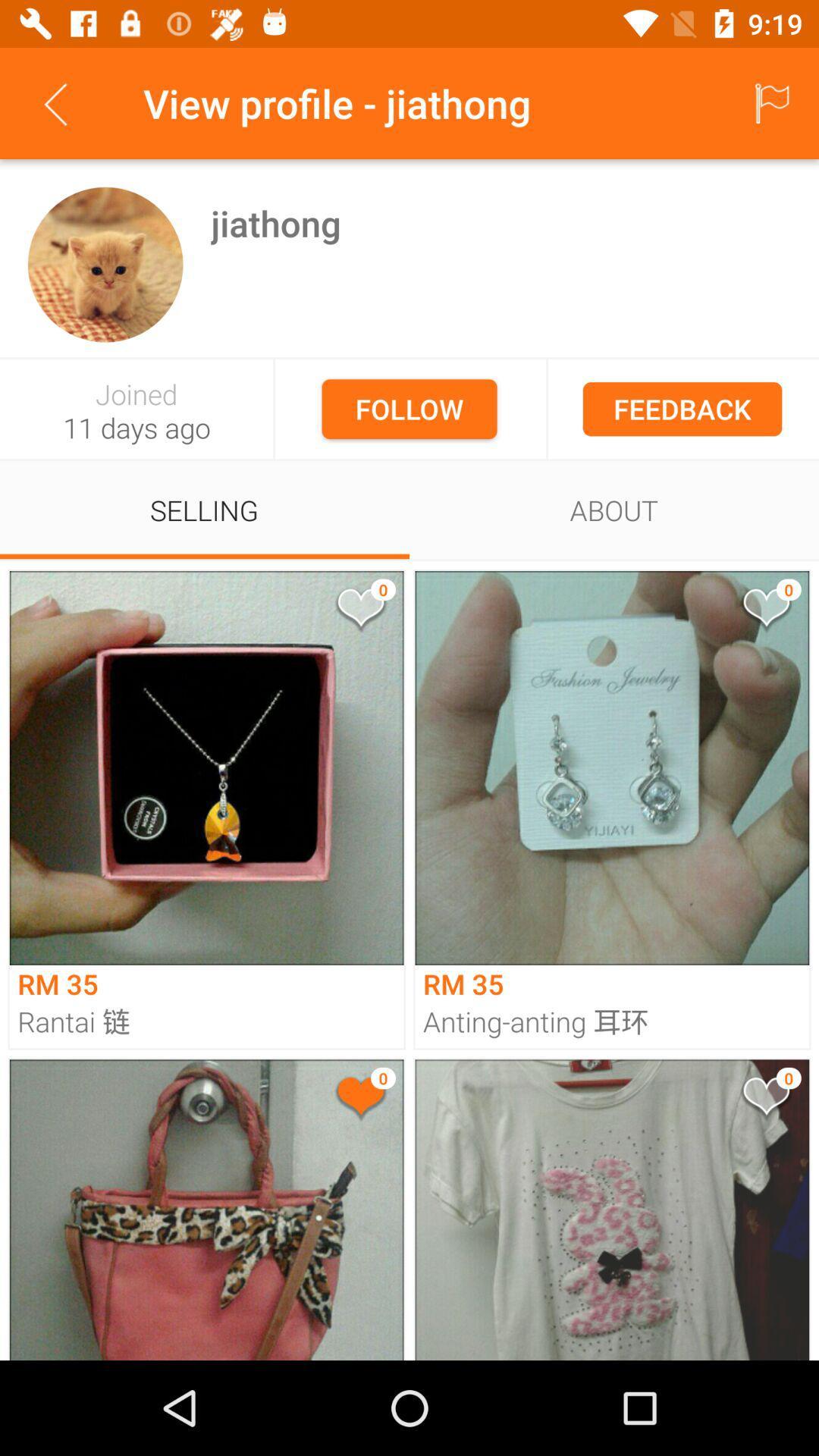 This screenshot has height=1456, width=819. Describe the element at coordinates (359, 610) in the screenshot. I see `like the image` at that location.